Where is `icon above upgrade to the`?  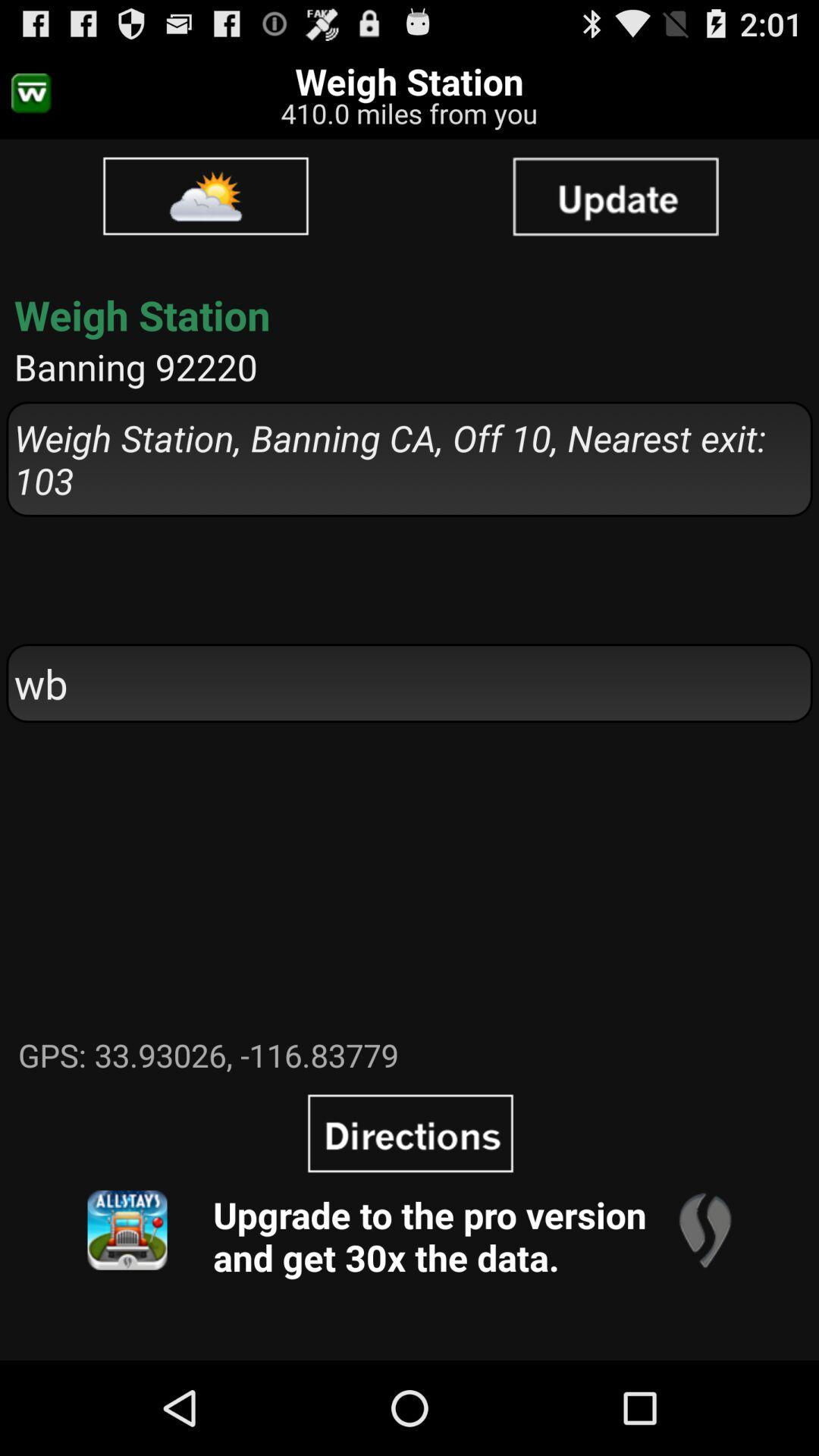
icon above upgrade to the is located at coordinates (410, 1133).